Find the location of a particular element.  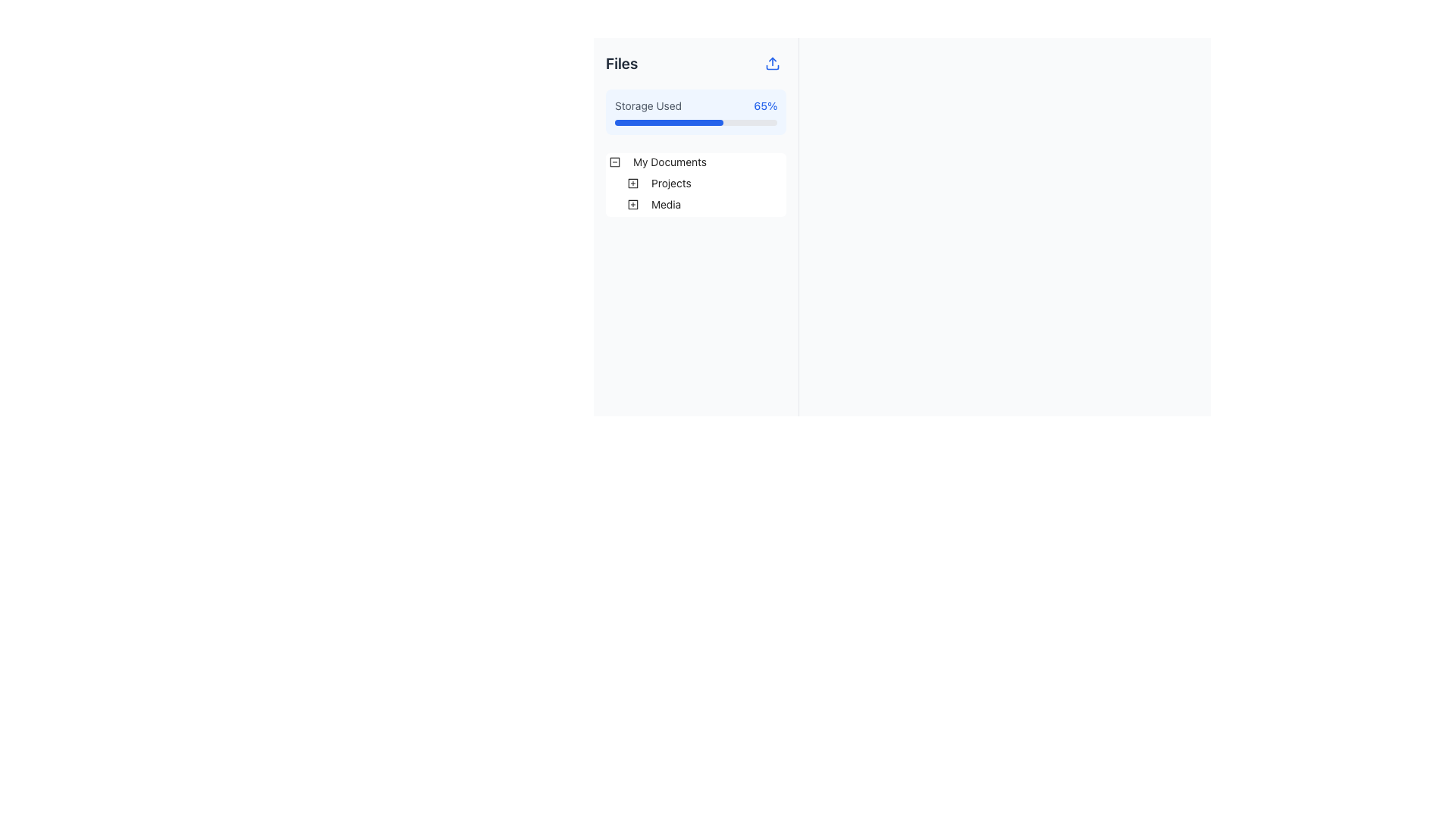

the text label that serves as a section header for file management, located at the top-left corner of the interface, to the left of the interactive upload button is located at coordinates (622, 63).